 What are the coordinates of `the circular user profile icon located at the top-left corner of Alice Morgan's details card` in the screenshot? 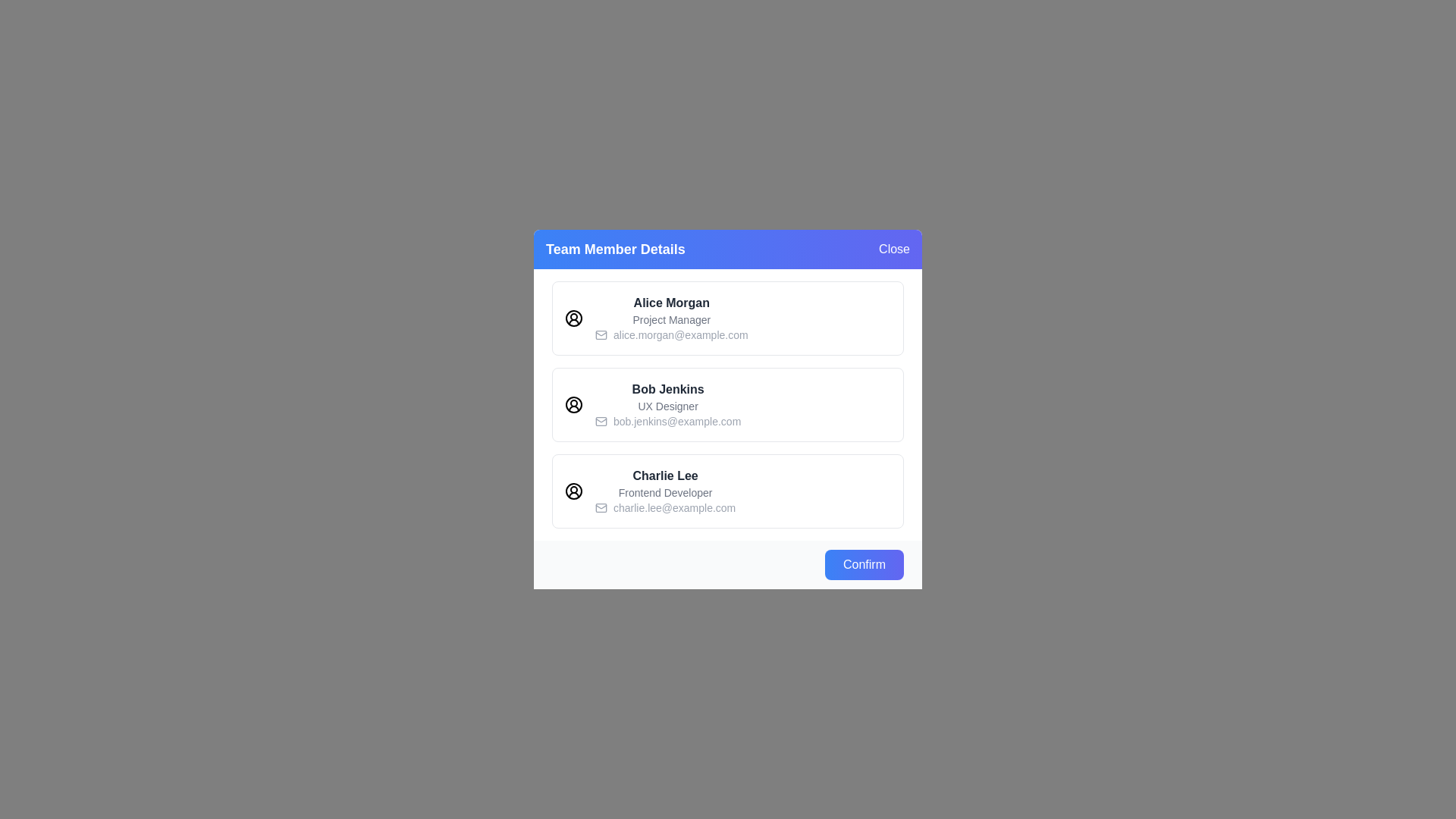 It's located at (573, 318).